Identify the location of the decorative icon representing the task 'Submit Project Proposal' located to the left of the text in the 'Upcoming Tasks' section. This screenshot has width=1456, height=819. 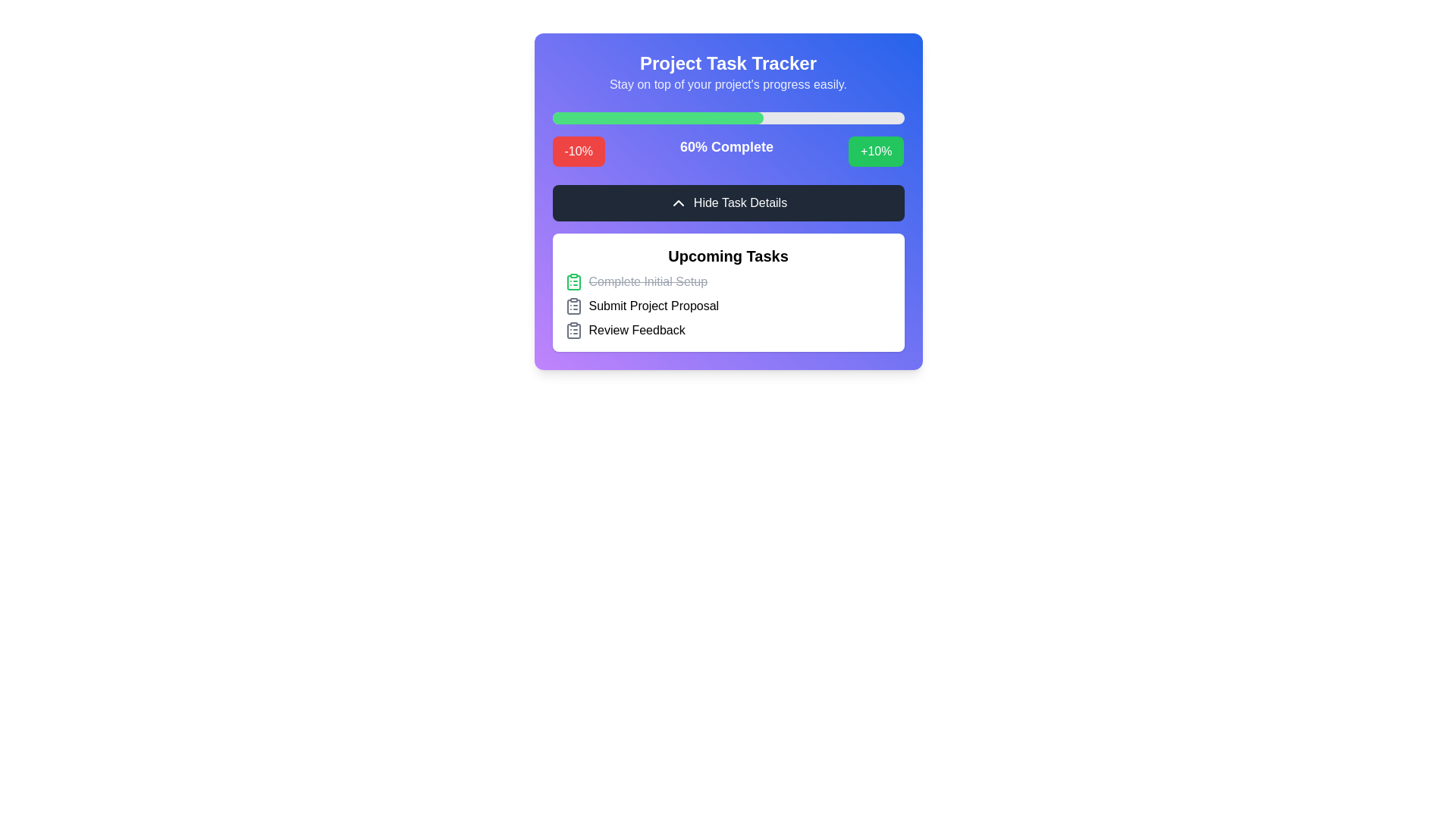
(573, 306).